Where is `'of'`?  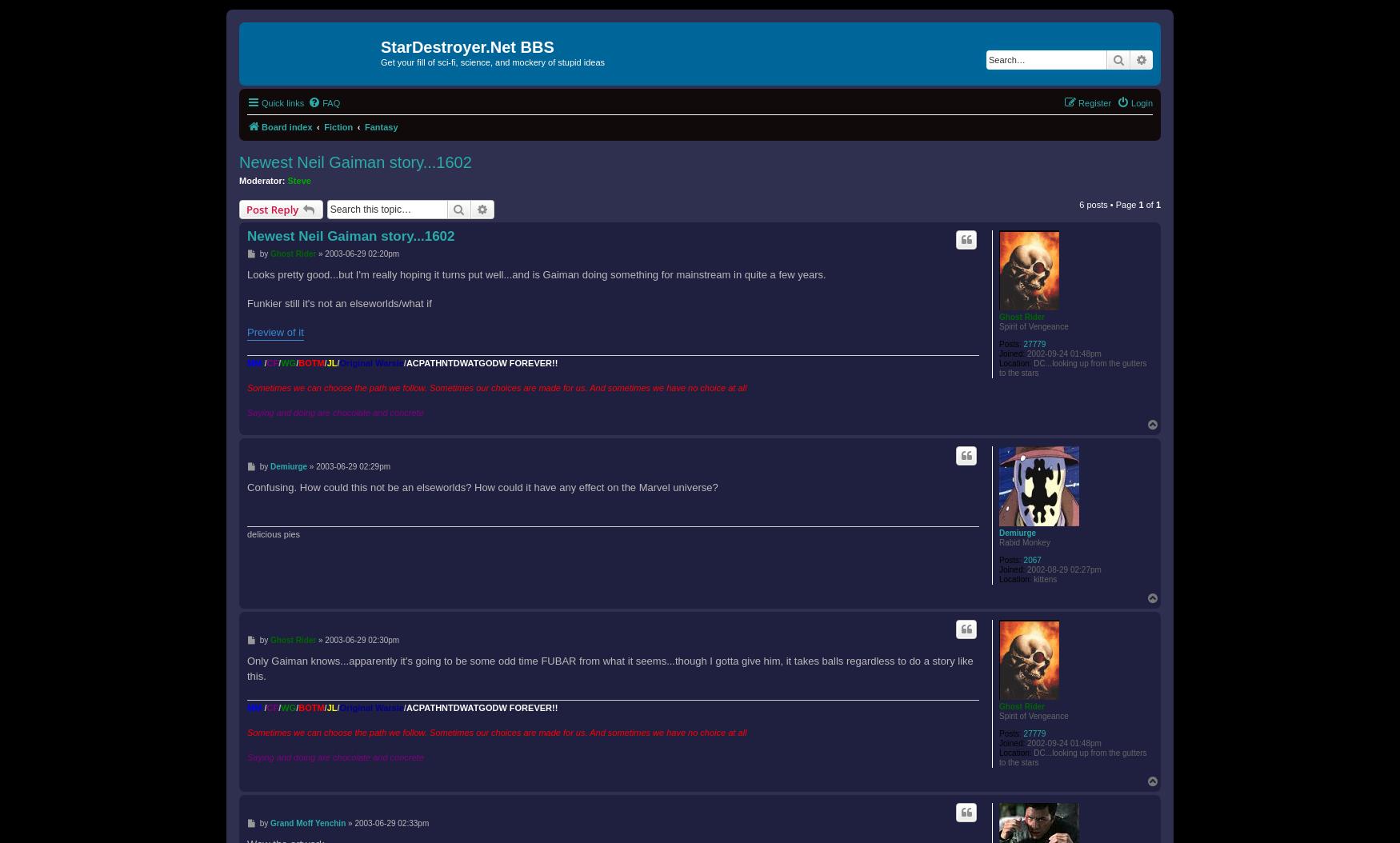
'of' is located at coordinates (1142, 203).